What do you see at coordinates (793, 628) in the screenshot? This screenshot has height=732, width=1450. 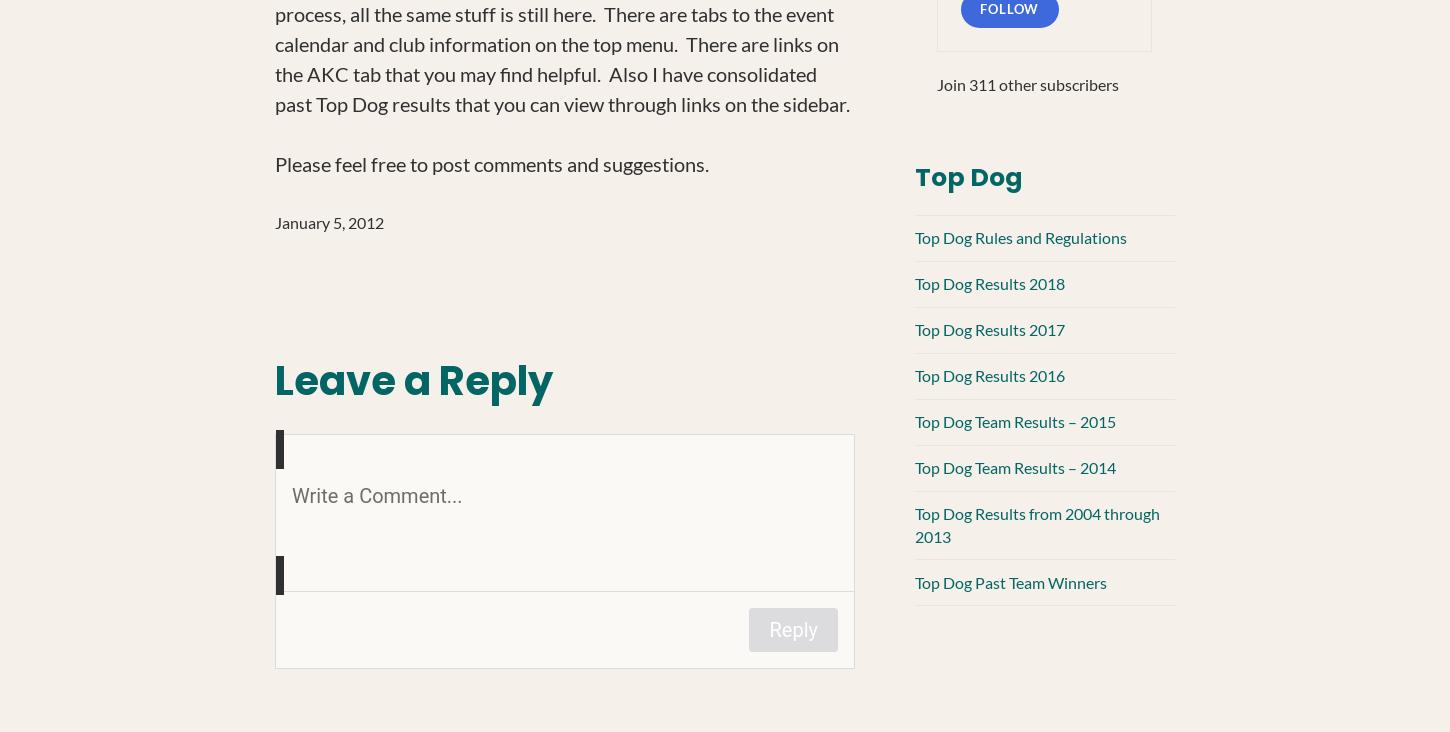 I see `'Reply'` at bounding box center [793, 628].